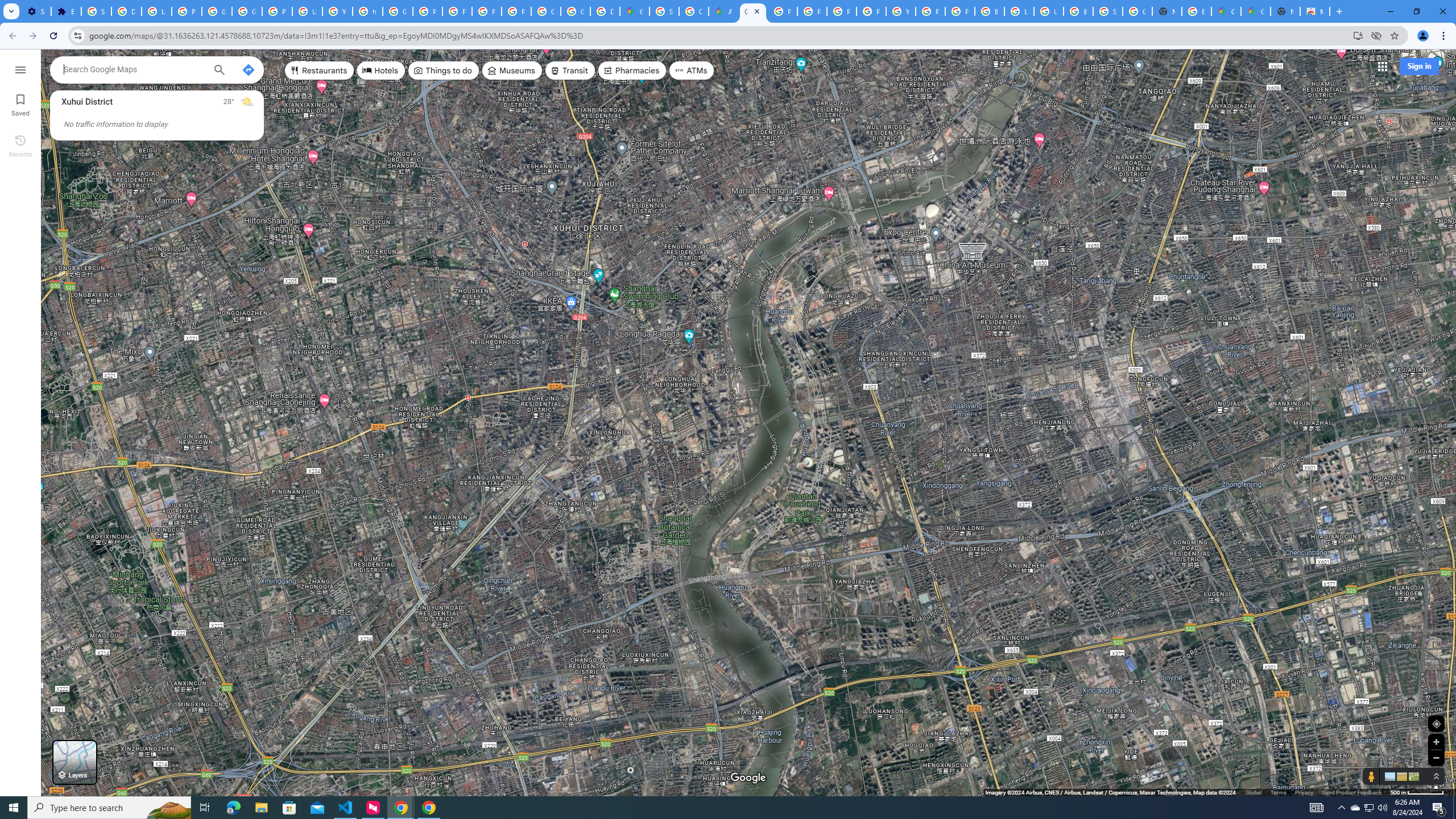  Describe the element at coordinates (19, 104) in the screenshot. I see `'Saved'` at that location.